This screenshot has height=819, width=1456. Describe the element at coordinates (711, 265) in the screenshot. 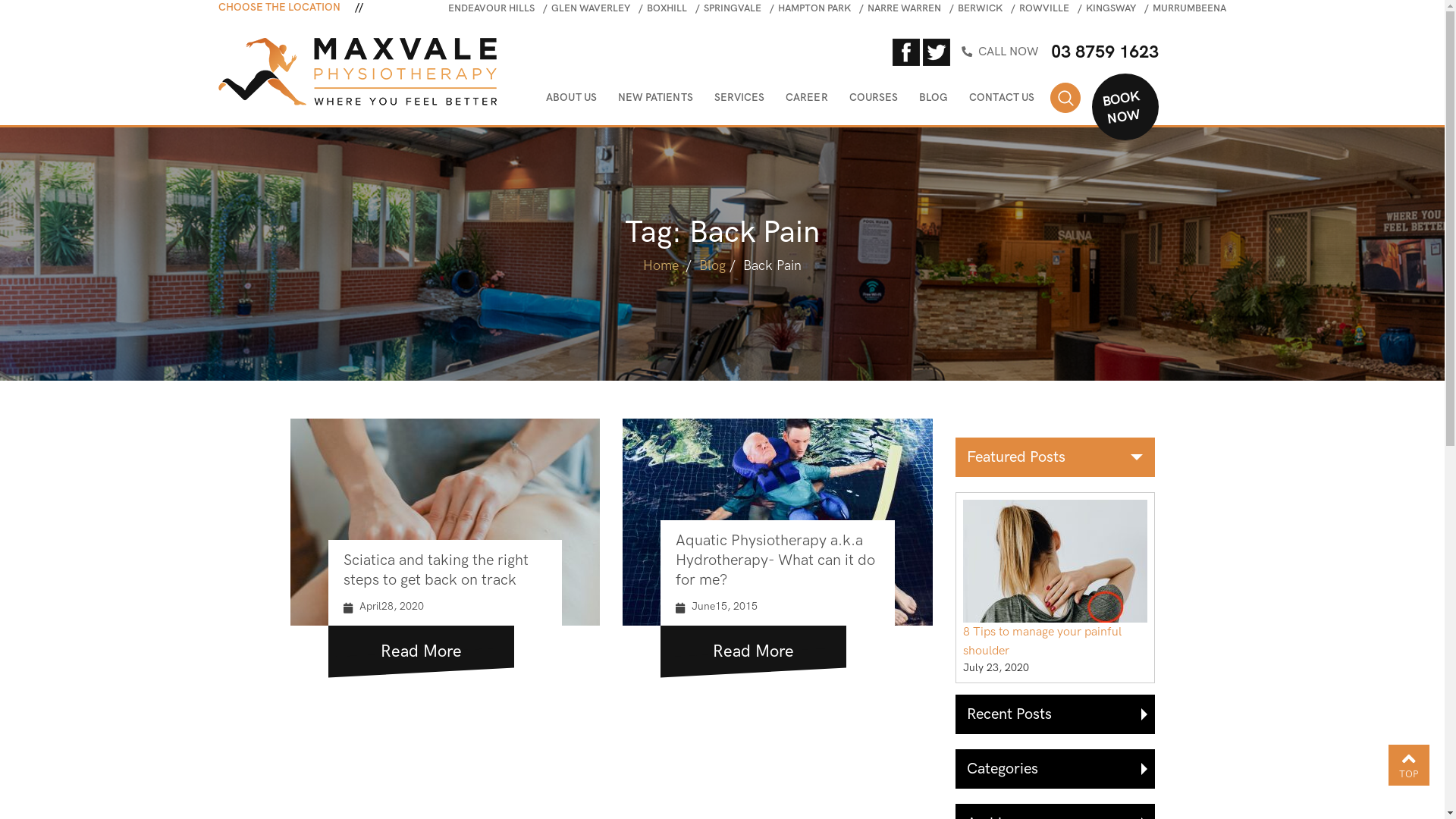

I see `'Blog'` at that location.